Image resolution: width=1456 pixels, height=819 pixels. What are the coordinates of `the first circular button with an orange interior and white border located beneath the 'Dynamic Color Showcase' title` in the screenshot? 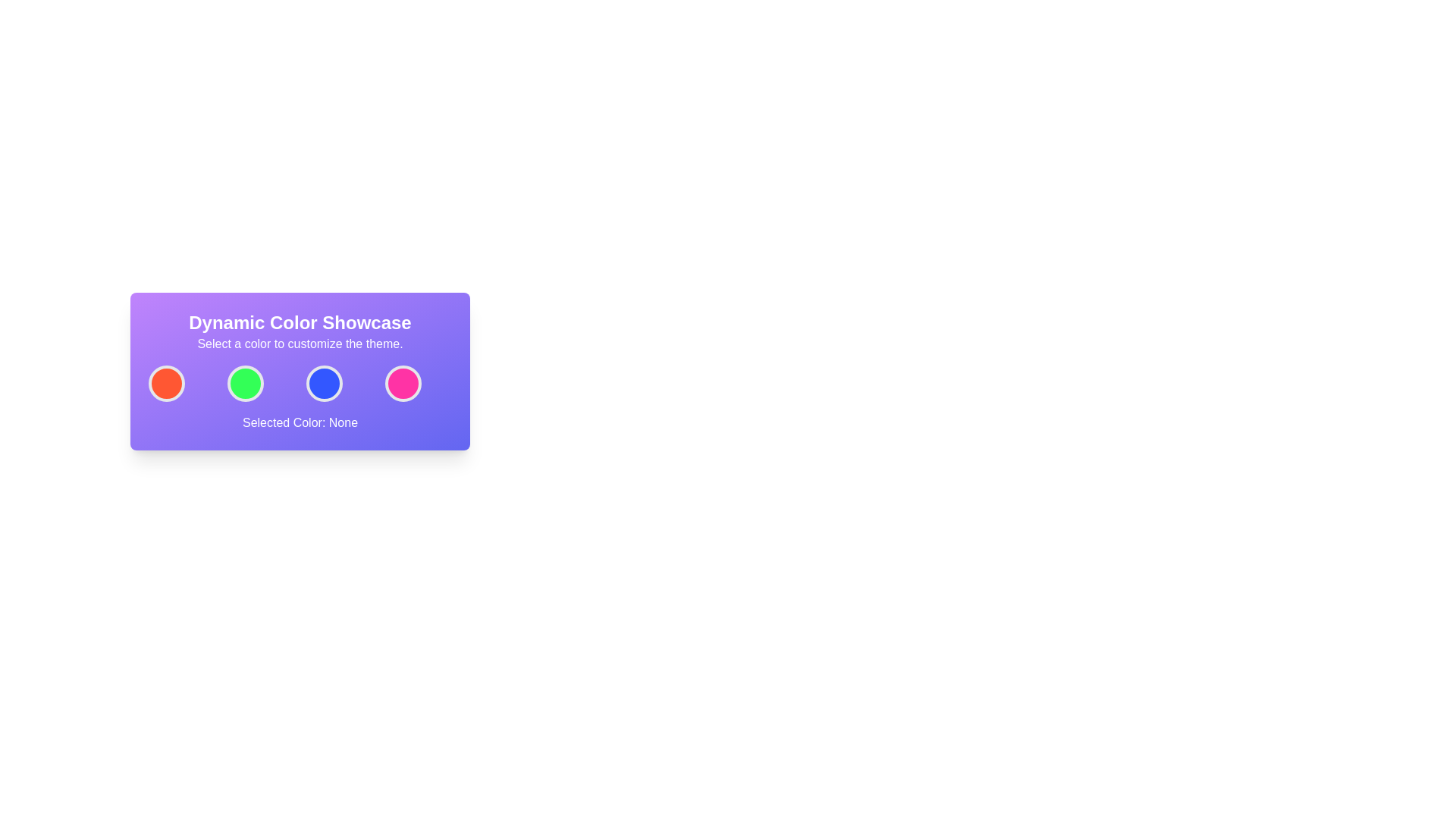 It's located at (167, 382).